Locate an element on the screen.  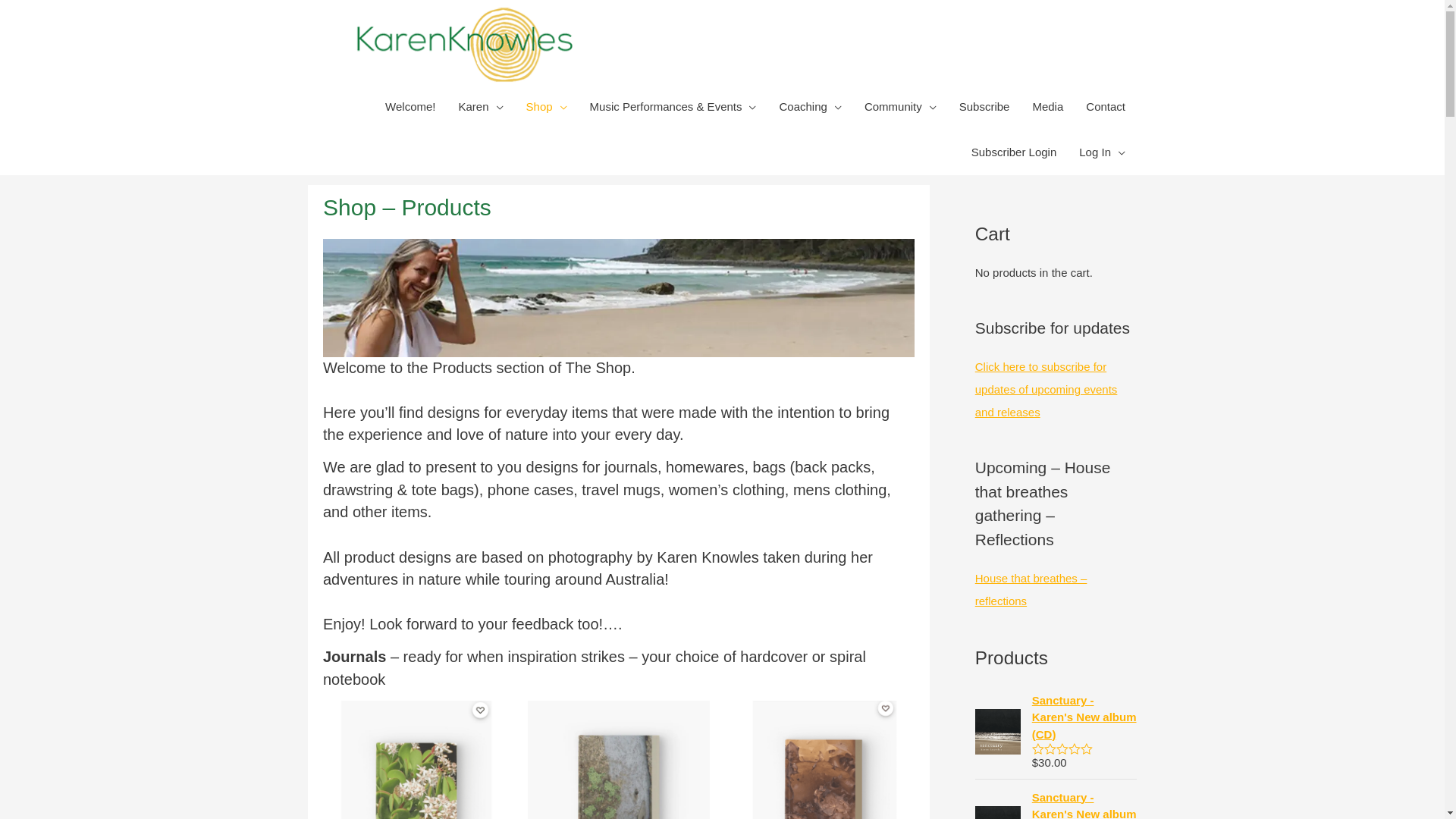
'Contact' is located at coordinates (1106, 106).